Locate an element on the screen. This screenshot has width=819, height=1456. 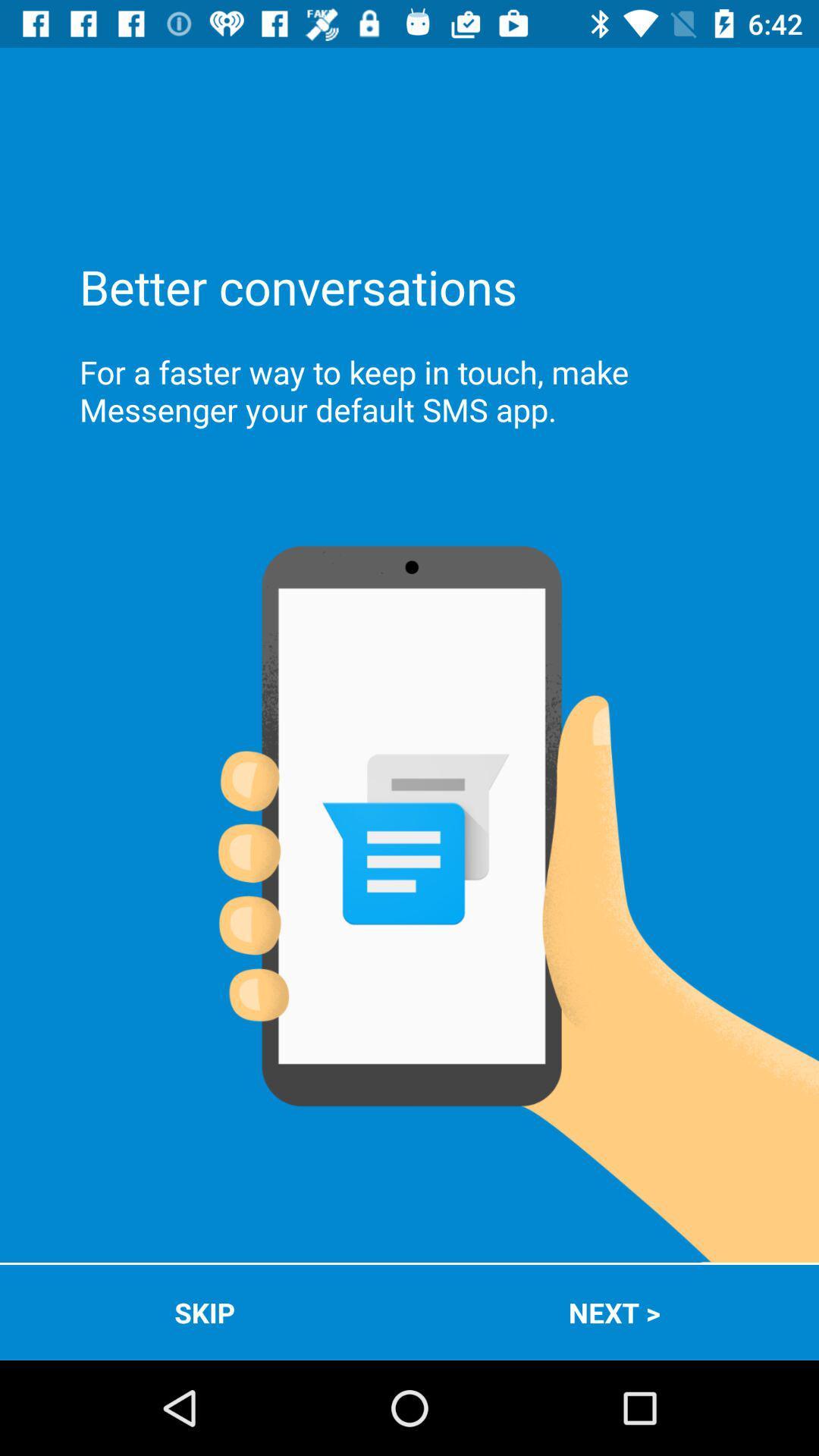
next > app is located at coordinates (614, 1312).